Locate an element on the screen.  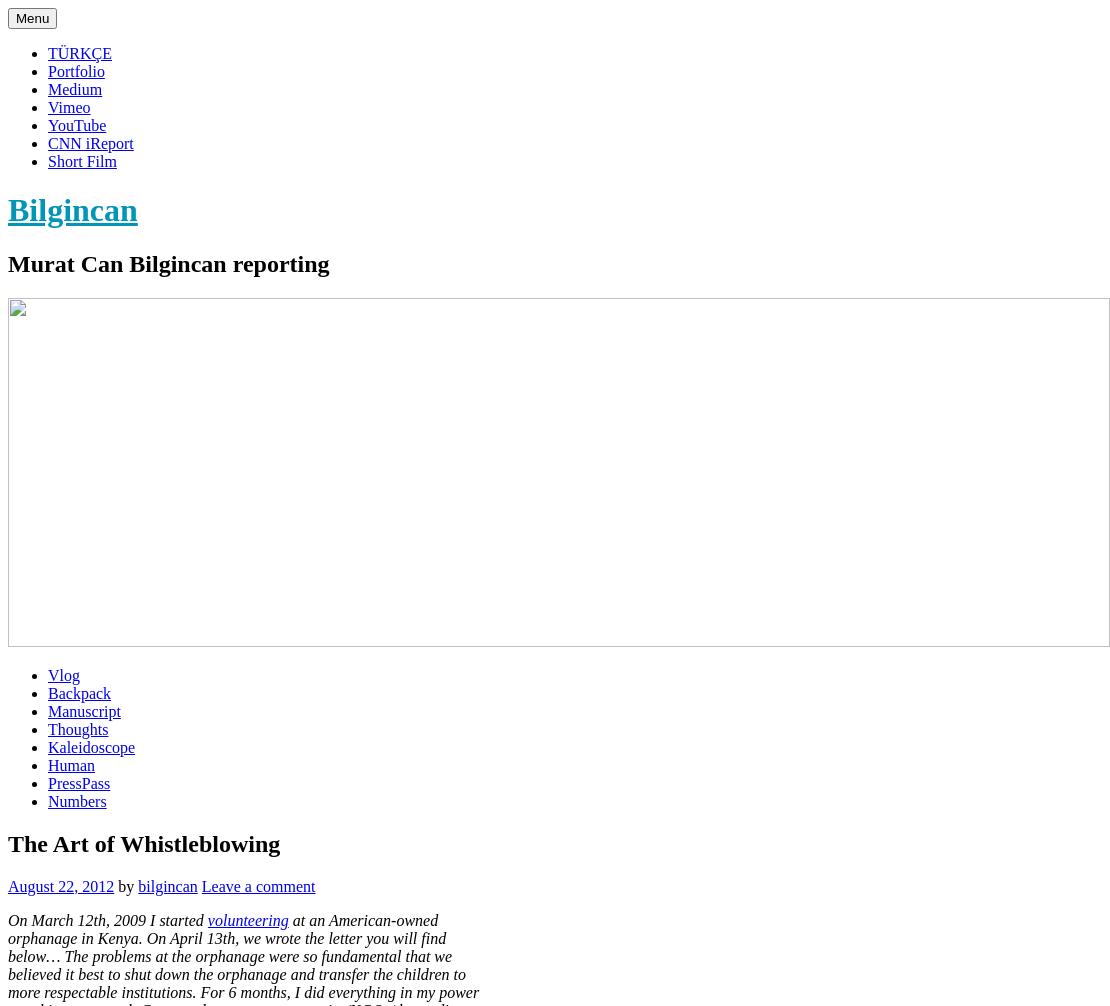
'PressPass' is located at coordinates (78, 781).